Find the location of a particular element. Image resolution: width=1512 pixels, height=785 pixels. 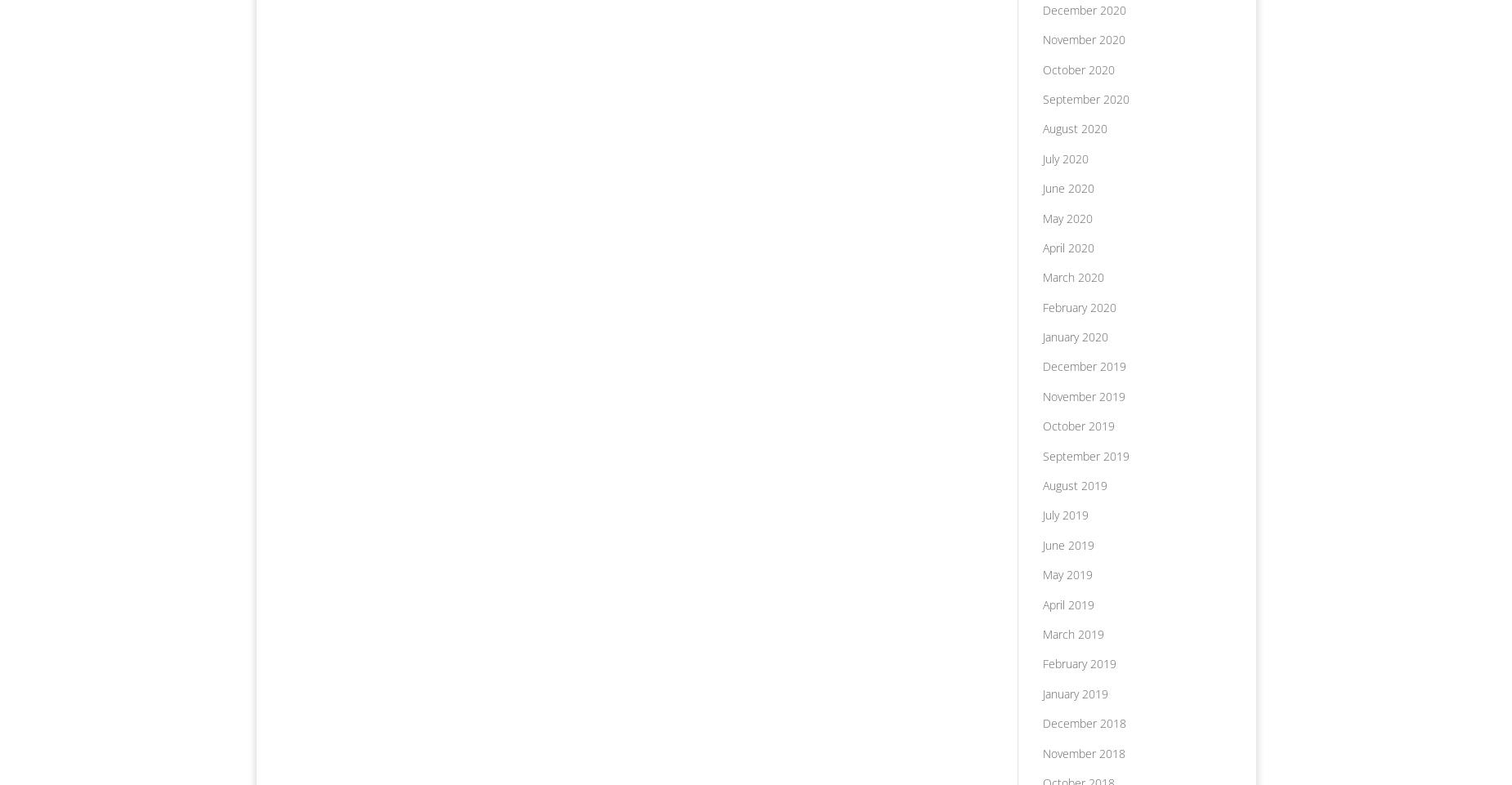

'April 2019' is located at coordinates (1067, 604).